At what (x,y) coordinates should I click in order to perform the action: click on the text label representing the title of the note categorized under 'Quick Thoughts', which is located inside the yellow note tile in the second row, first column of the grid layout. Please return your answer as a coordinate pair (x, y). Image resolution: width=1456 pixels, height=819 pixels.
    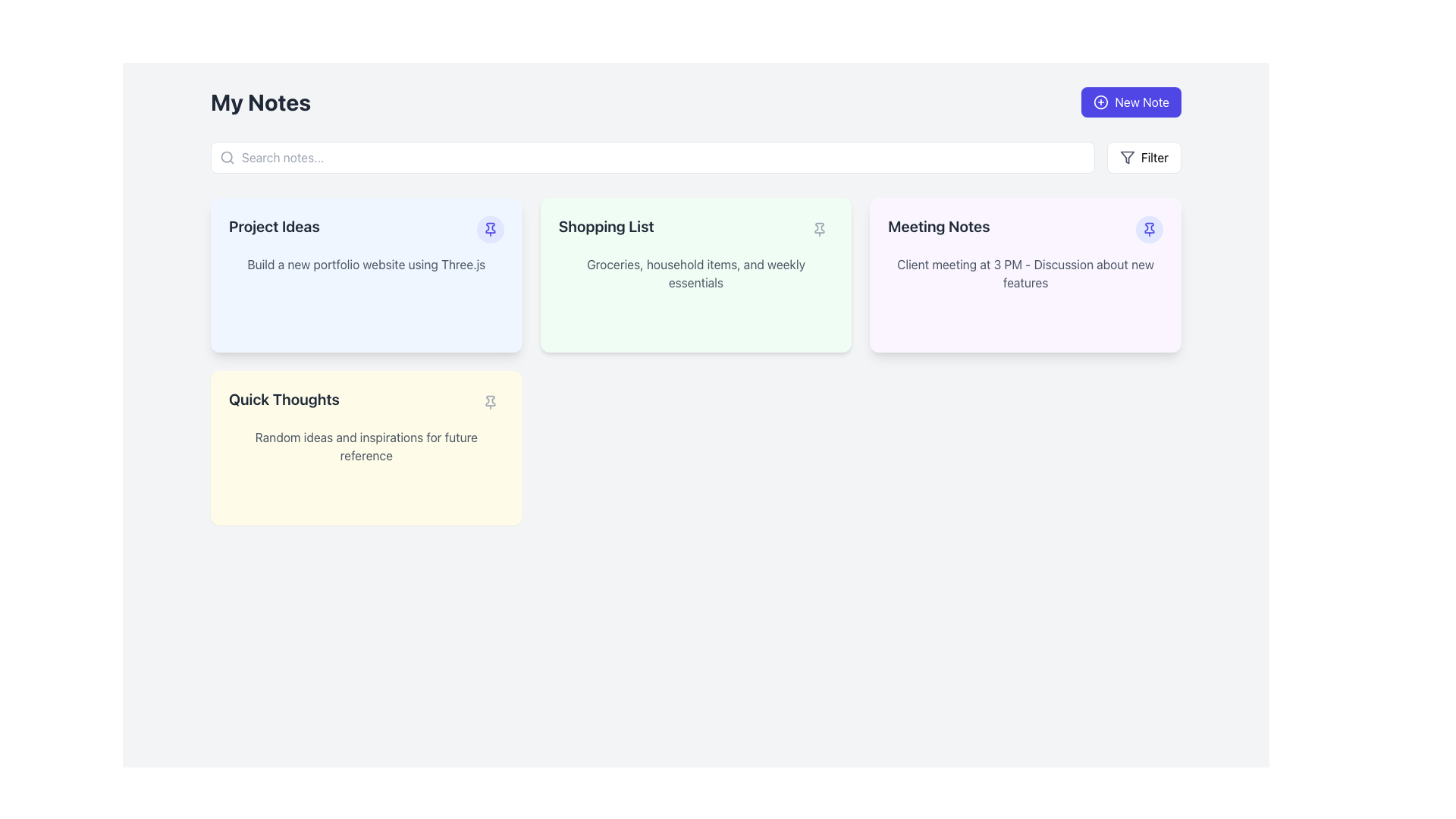
    Looking at the image, I should click on (284, 399).